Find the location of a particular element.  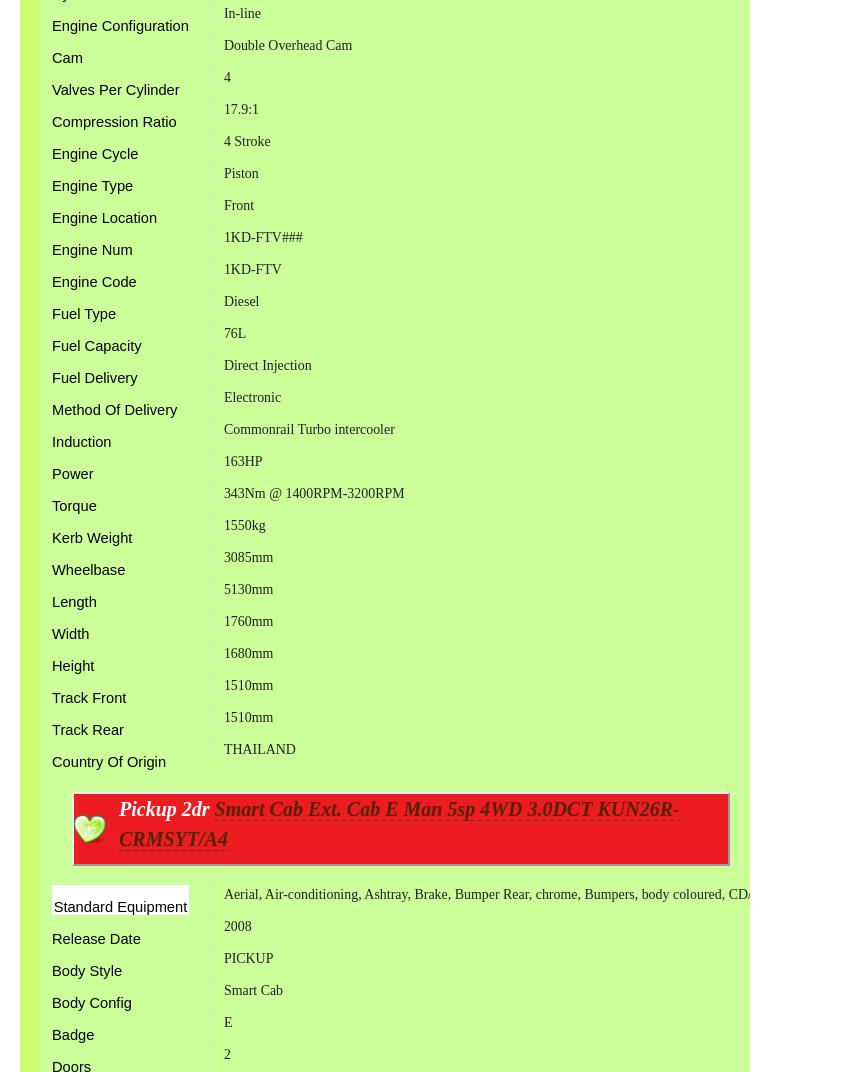

'Track Front' is located at coordinates (88, 696).